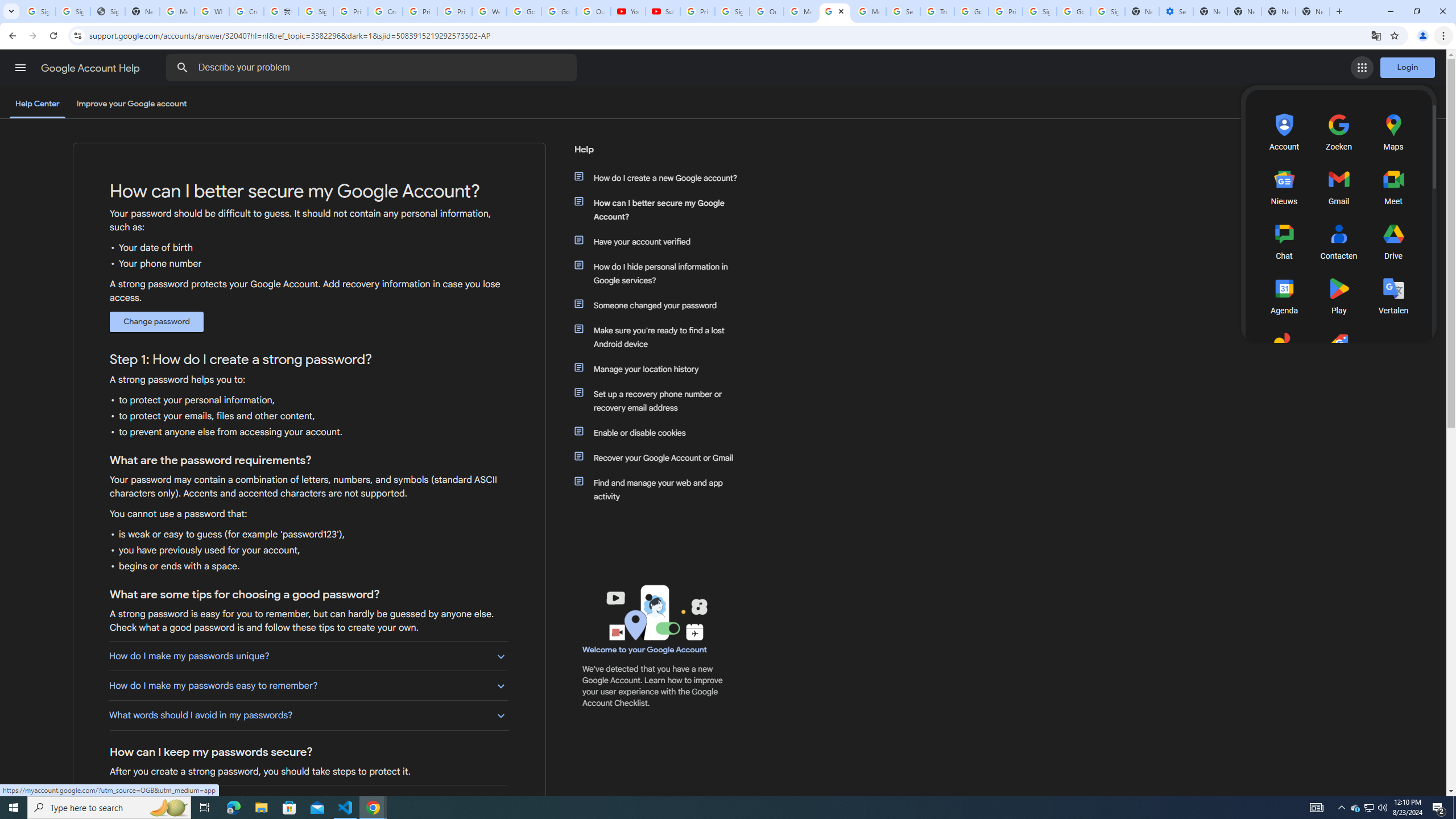  Describe the element at coordinates (384, 11) in the screenshot. I see `'Create your Google Account'` at that location.